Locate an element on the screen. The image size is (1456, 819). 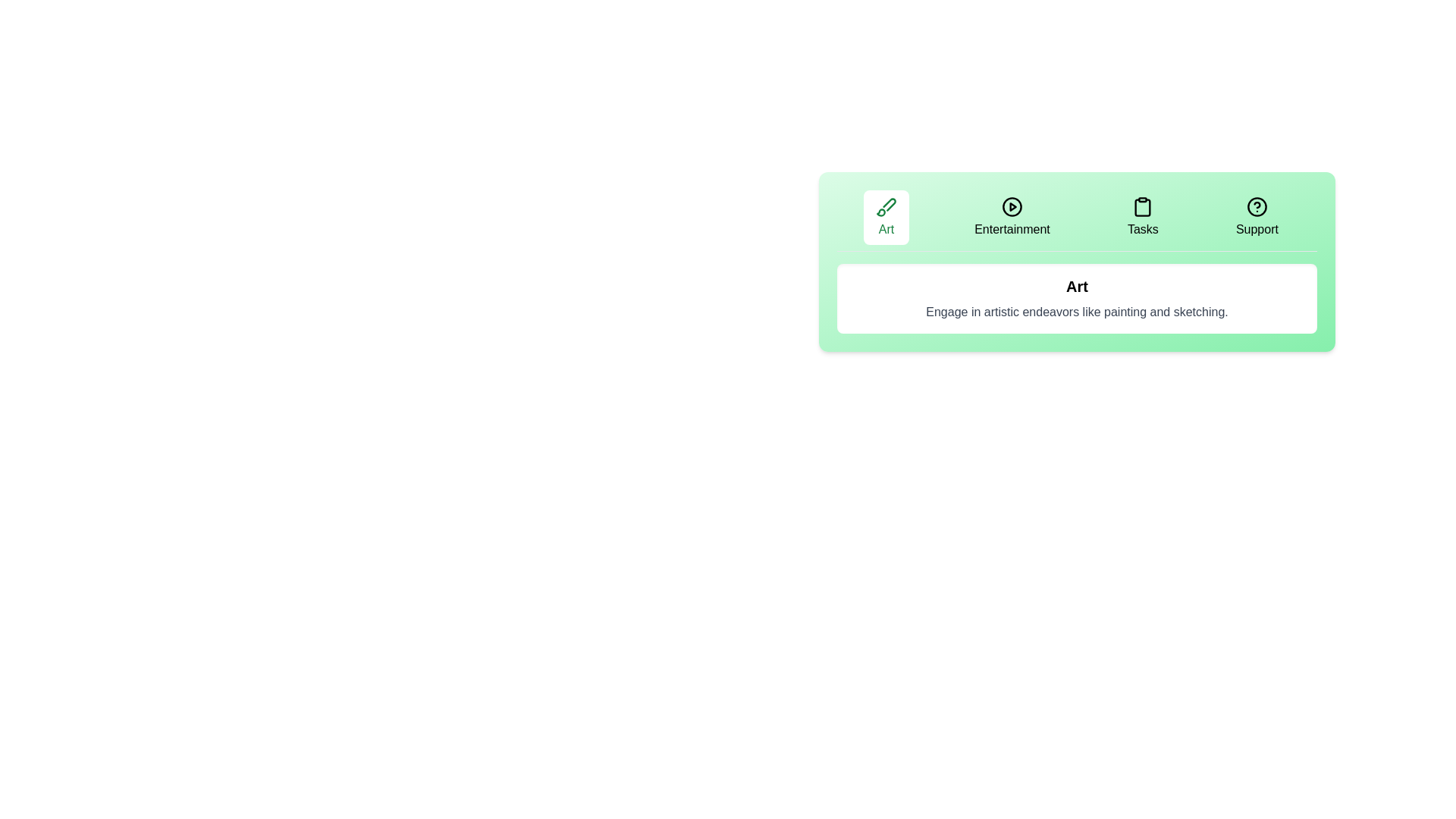
the SVG circle that is part of the help or support icon located to the far right of the horizontal menu bar, above the 'Support' label is located at coordinates (1257, 207).